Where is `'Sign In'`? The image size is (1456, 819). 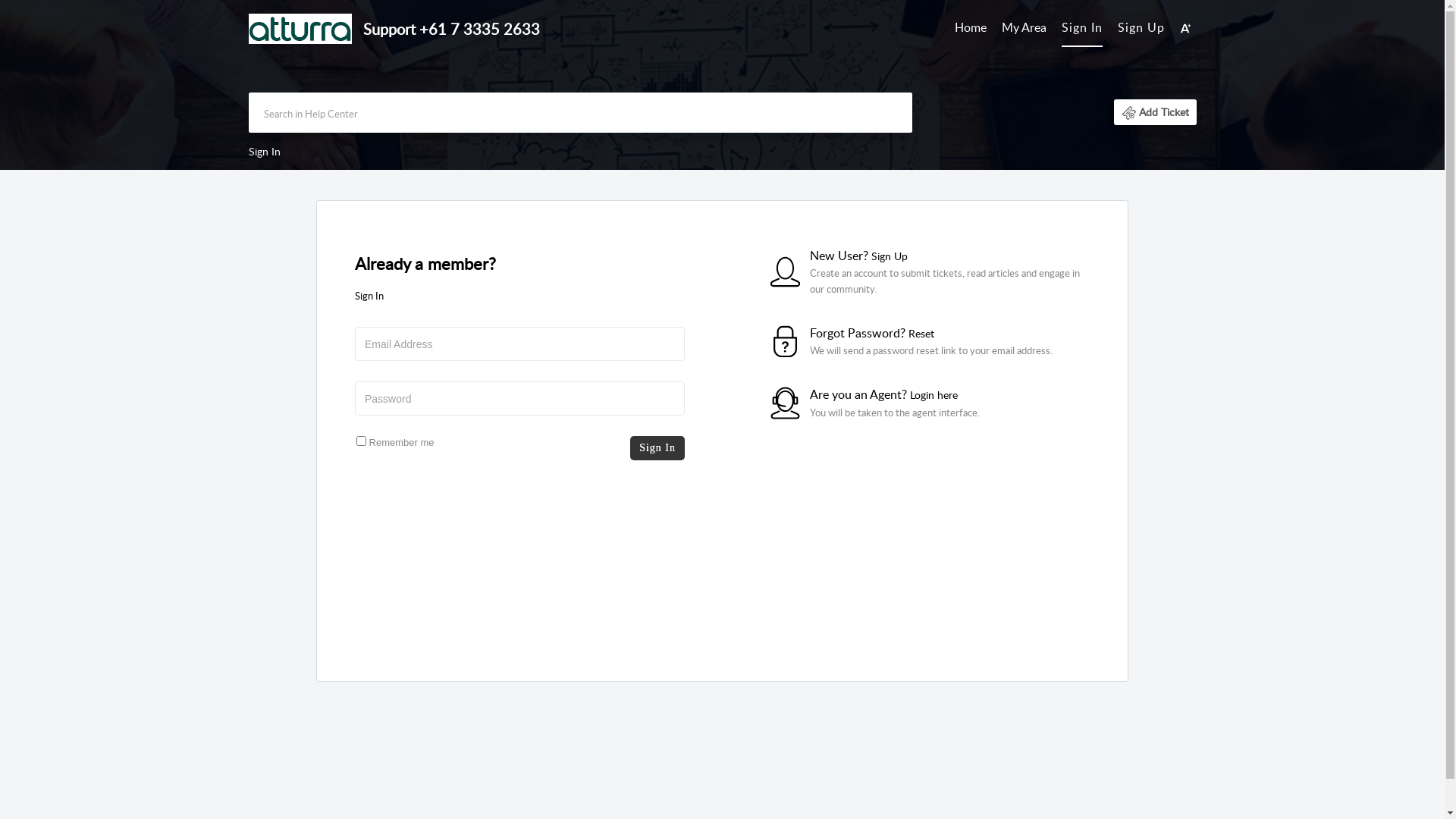 'Sign In' is located at coordinates (1081, 27).